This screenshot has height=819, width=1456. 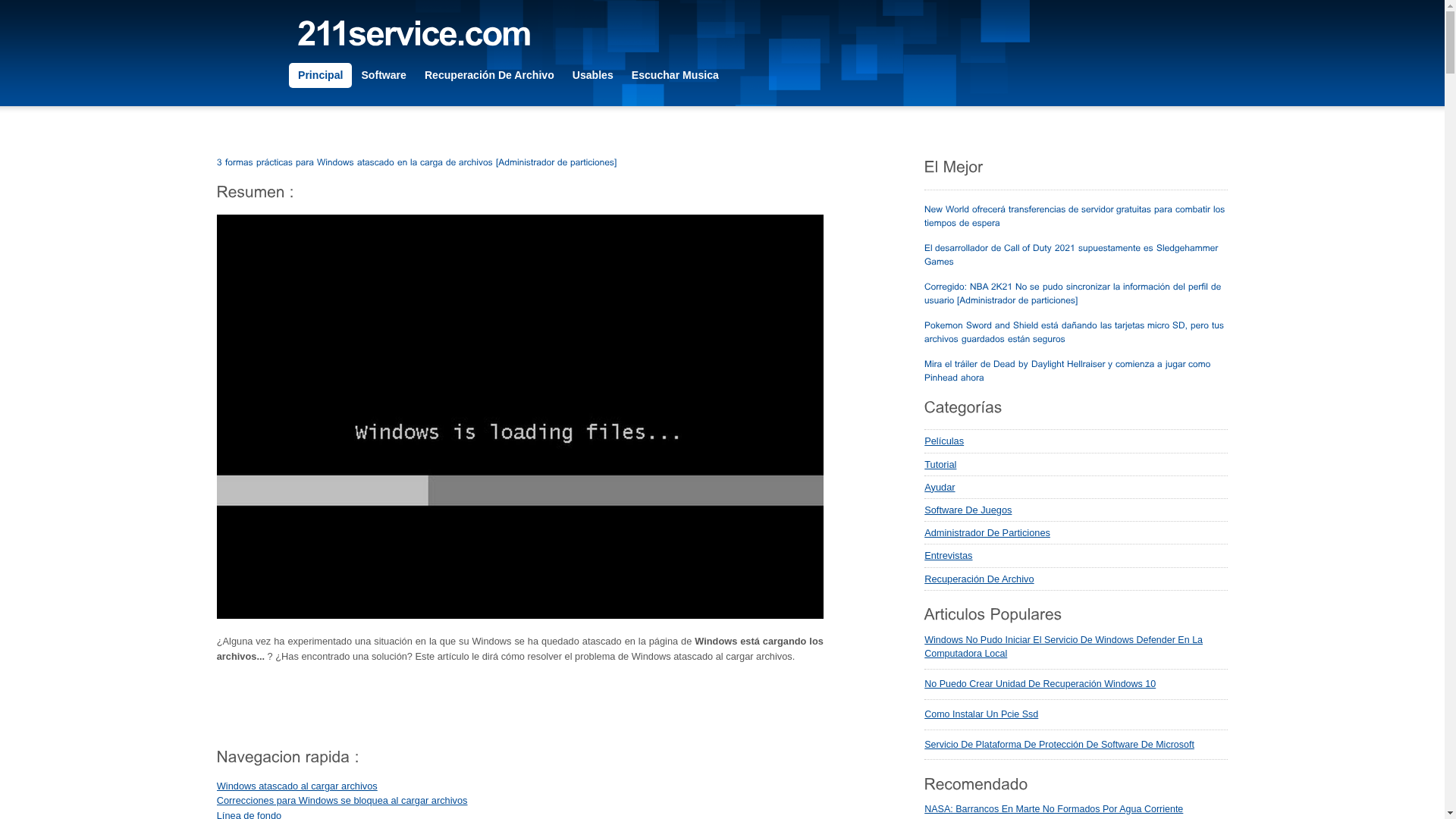 What do you see at coordinates (981, 714) in the screenshot?
I see `'Como Instalar Un Pcie Ssd'` at bounding box center [981, 714].